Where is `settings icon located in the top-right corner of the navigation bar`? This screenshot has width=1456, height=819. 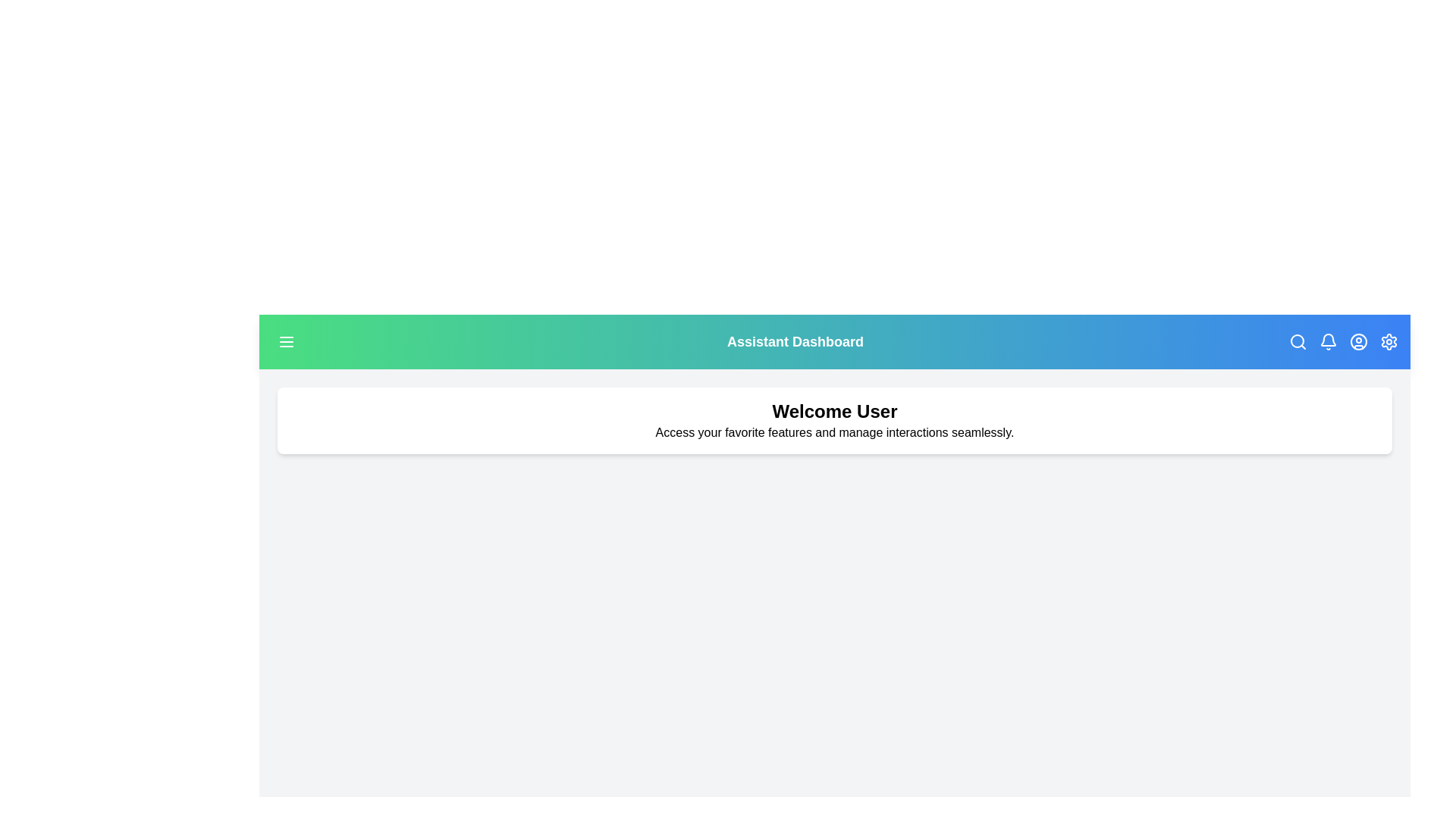 settings icon located in the top-right corner of the navigation bar is located at coordinates (1389, 342).